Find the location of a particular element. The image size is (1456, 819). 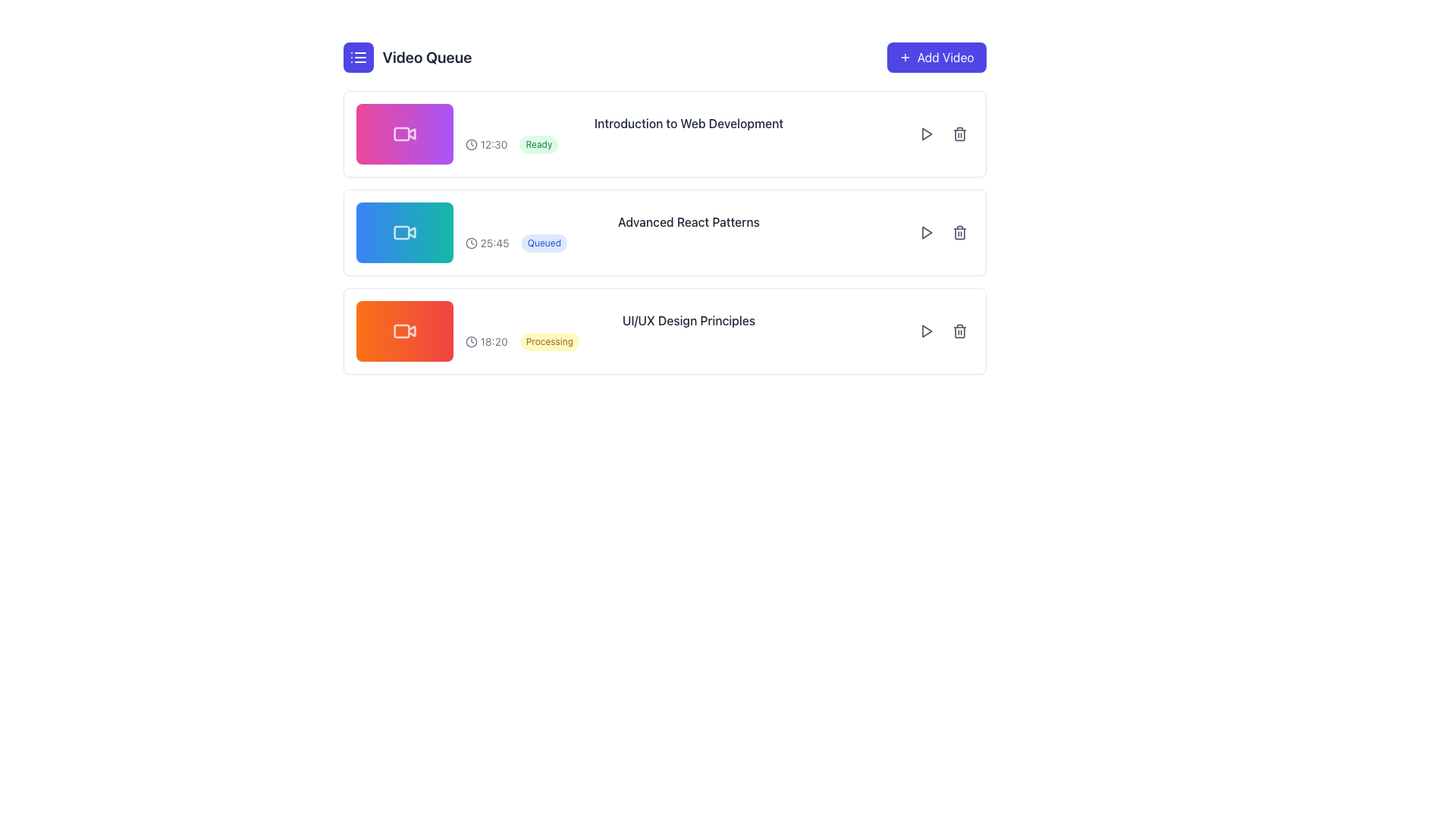

the play icon button located in the second row of the video playlist interface, to the far right, aligned with the title 'Advanced React Patterns' is located at coordinates (925, 233).